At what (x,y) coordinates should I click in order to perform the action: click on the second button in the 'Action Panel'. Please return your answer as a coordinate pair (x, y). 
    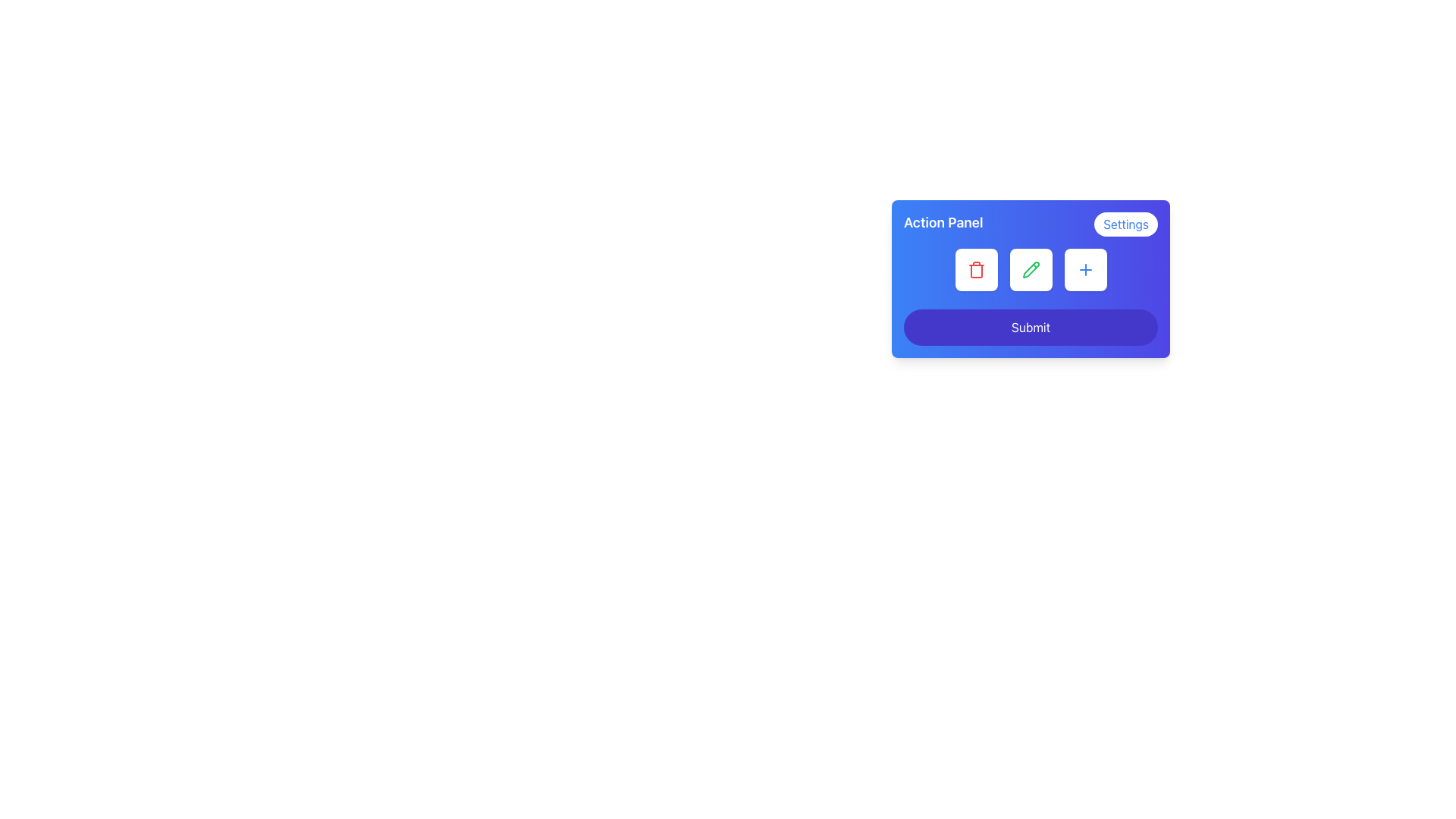
    Looking at the image, I should click on (1031, 278).